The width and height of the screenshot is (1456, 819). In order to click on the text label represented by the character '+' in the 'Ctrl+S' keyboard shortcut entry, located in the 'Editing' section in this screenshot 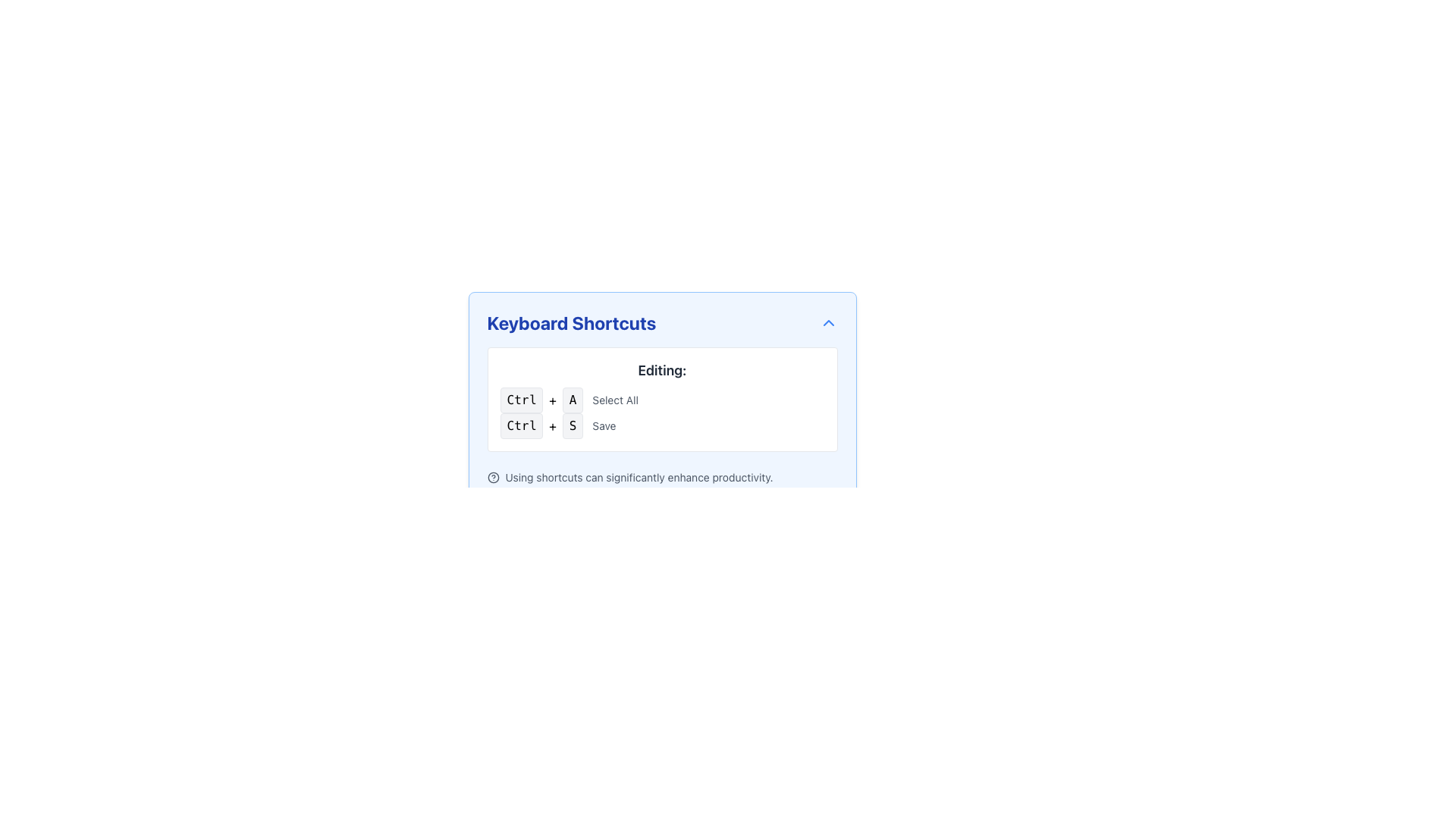, I will do `click(551, 426)`.